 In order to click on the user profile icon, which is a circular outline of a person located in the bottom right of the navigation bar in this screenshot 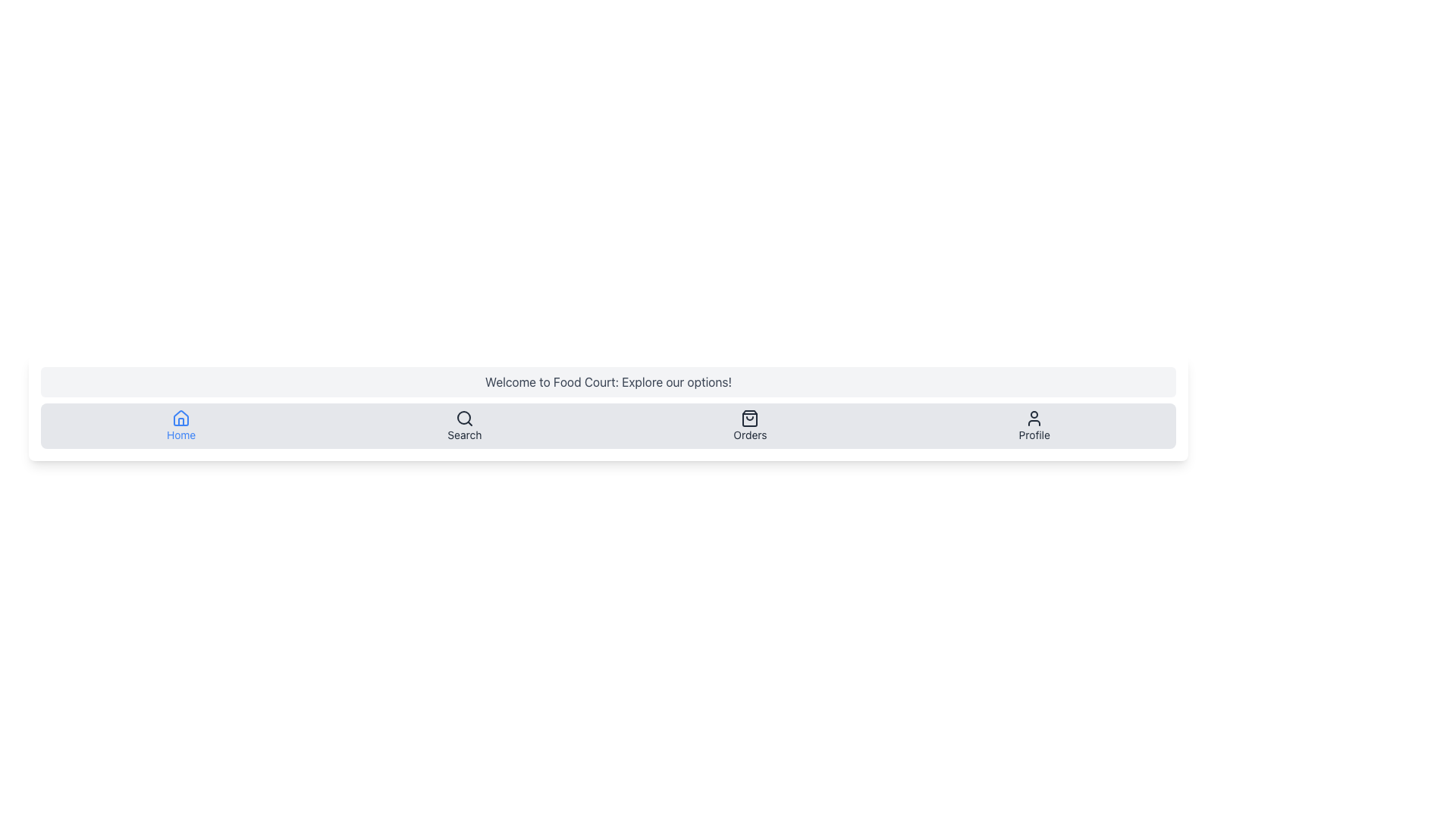, I will do `click(1034, 418)`.